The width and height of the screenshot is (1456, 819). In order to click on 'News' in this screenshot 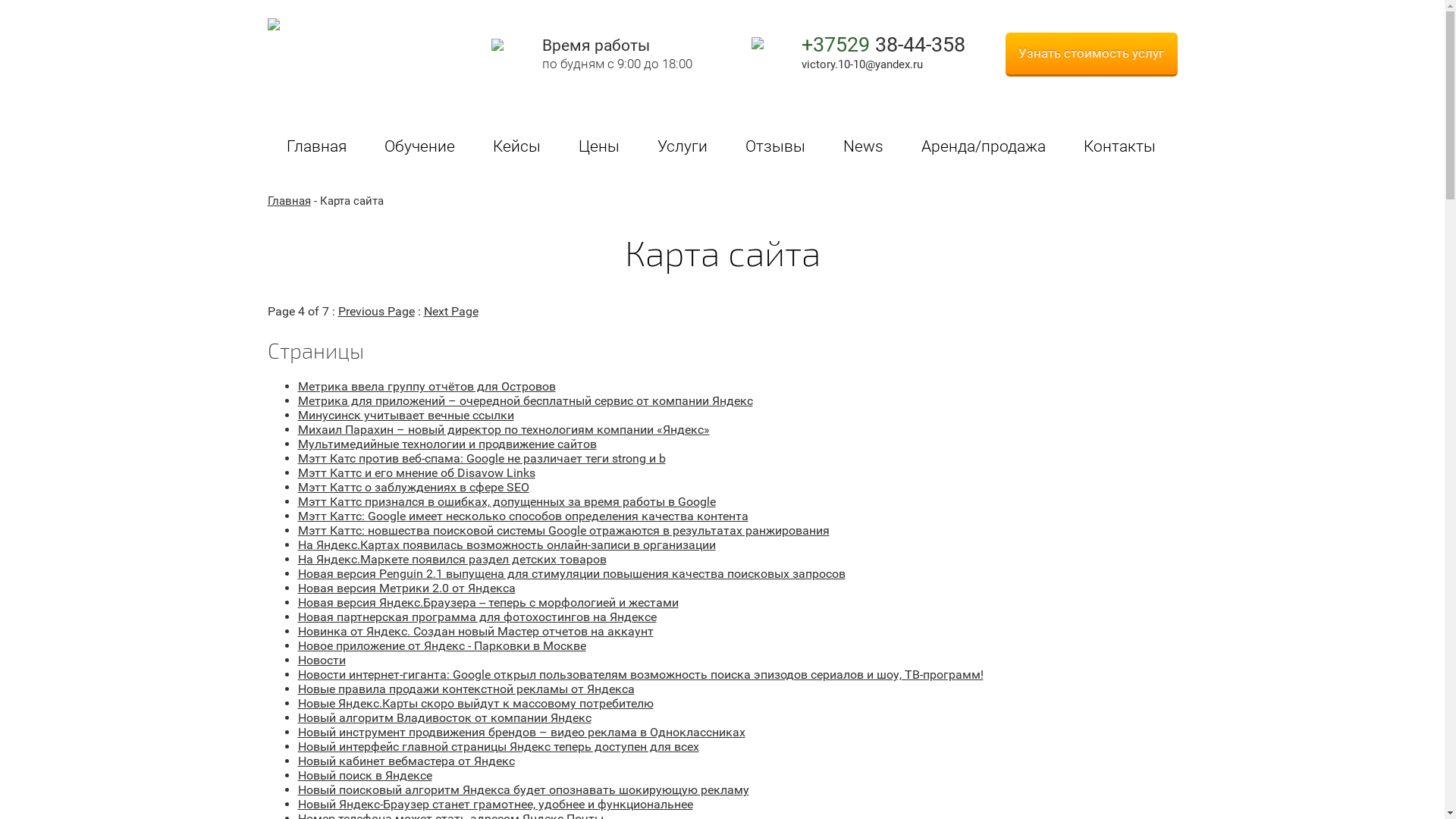, I will do `click(862, 148)`.